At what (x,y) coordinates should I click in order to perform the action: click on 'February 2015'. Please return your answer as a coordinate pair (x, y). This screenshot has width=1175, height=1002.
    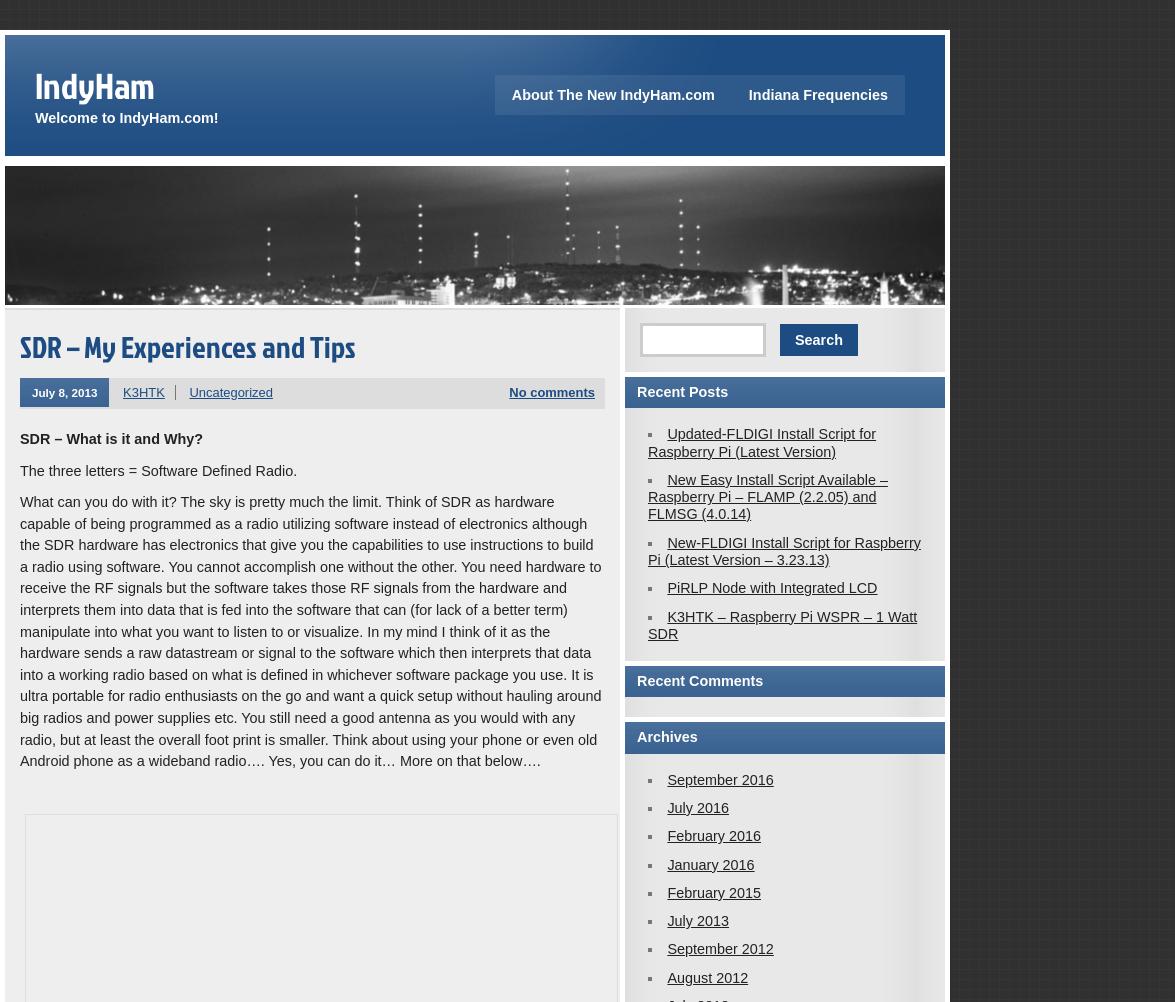
    Looking at the image, I should click on (713, 891).